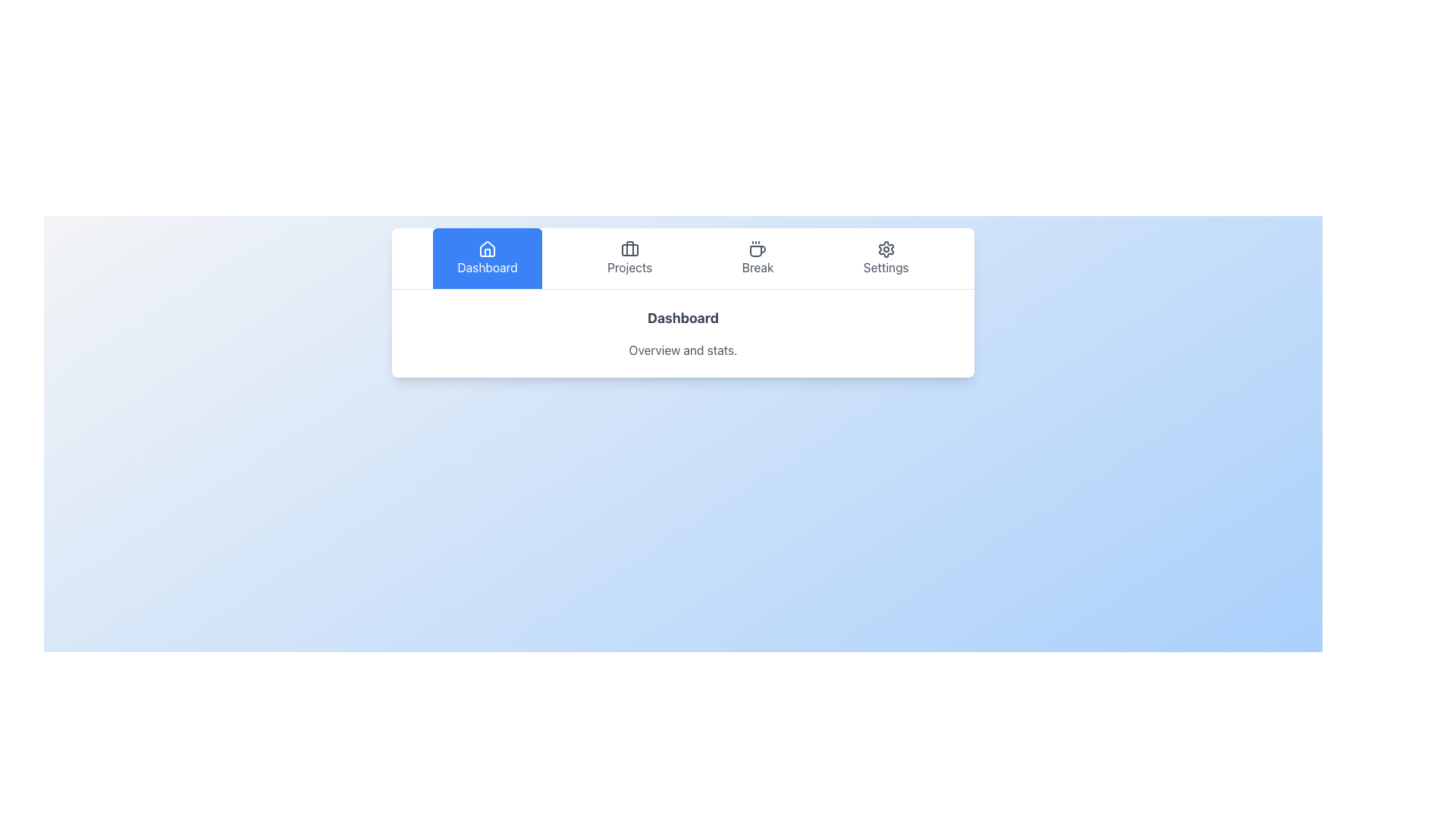 This screenshot has height=819, width=1456. What do you see at coordinates (629, 257) in the screenshot?
I see `the 'Projects' navigation button positioned second from the left in the horizontal navigation bar to trigger its hover effect` at bounding box center [629, 257].